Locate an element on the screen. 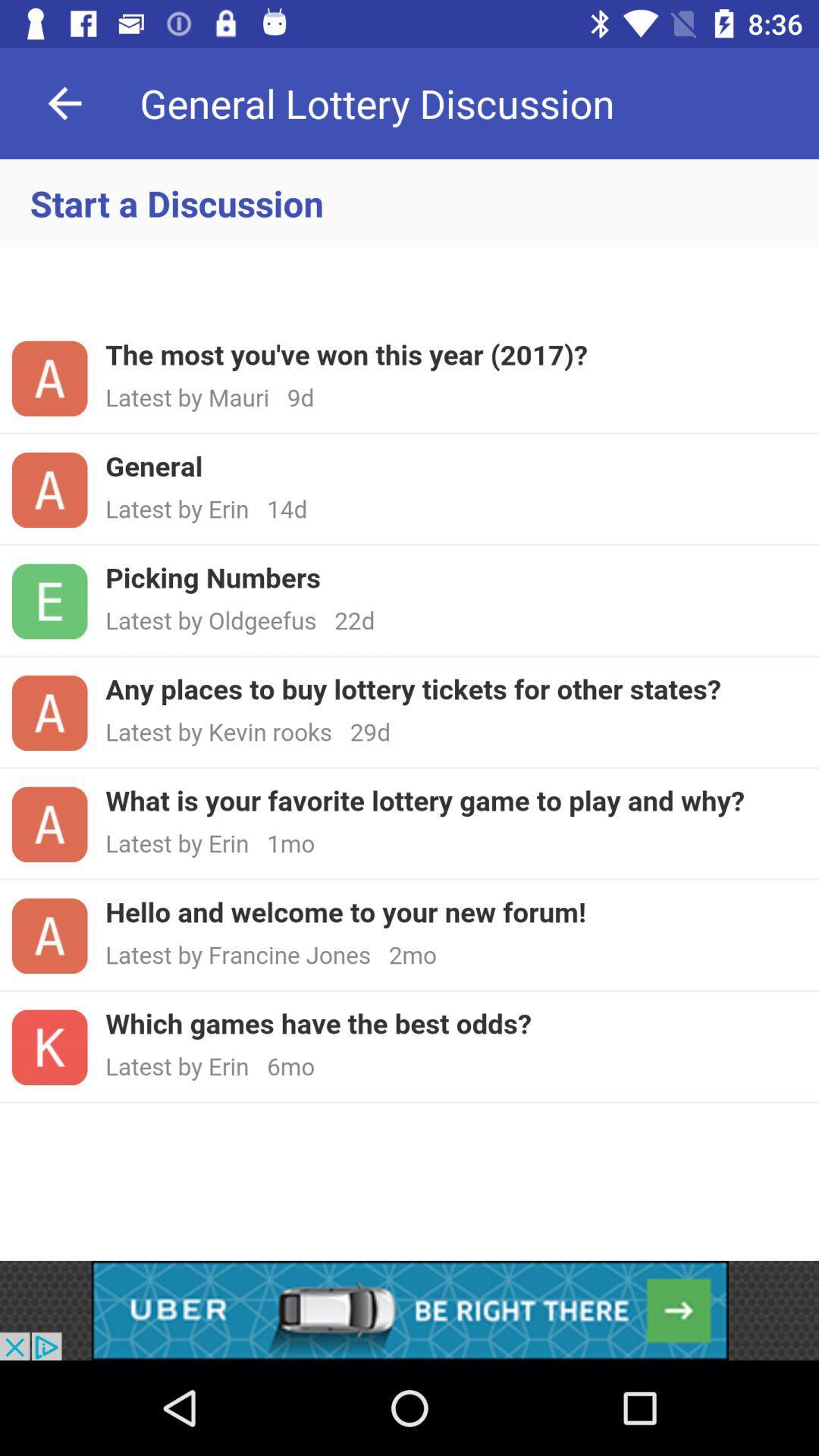 This screenshot has width=819, height=1456. advertisement from outside source is located at coordinates (409, 1310).